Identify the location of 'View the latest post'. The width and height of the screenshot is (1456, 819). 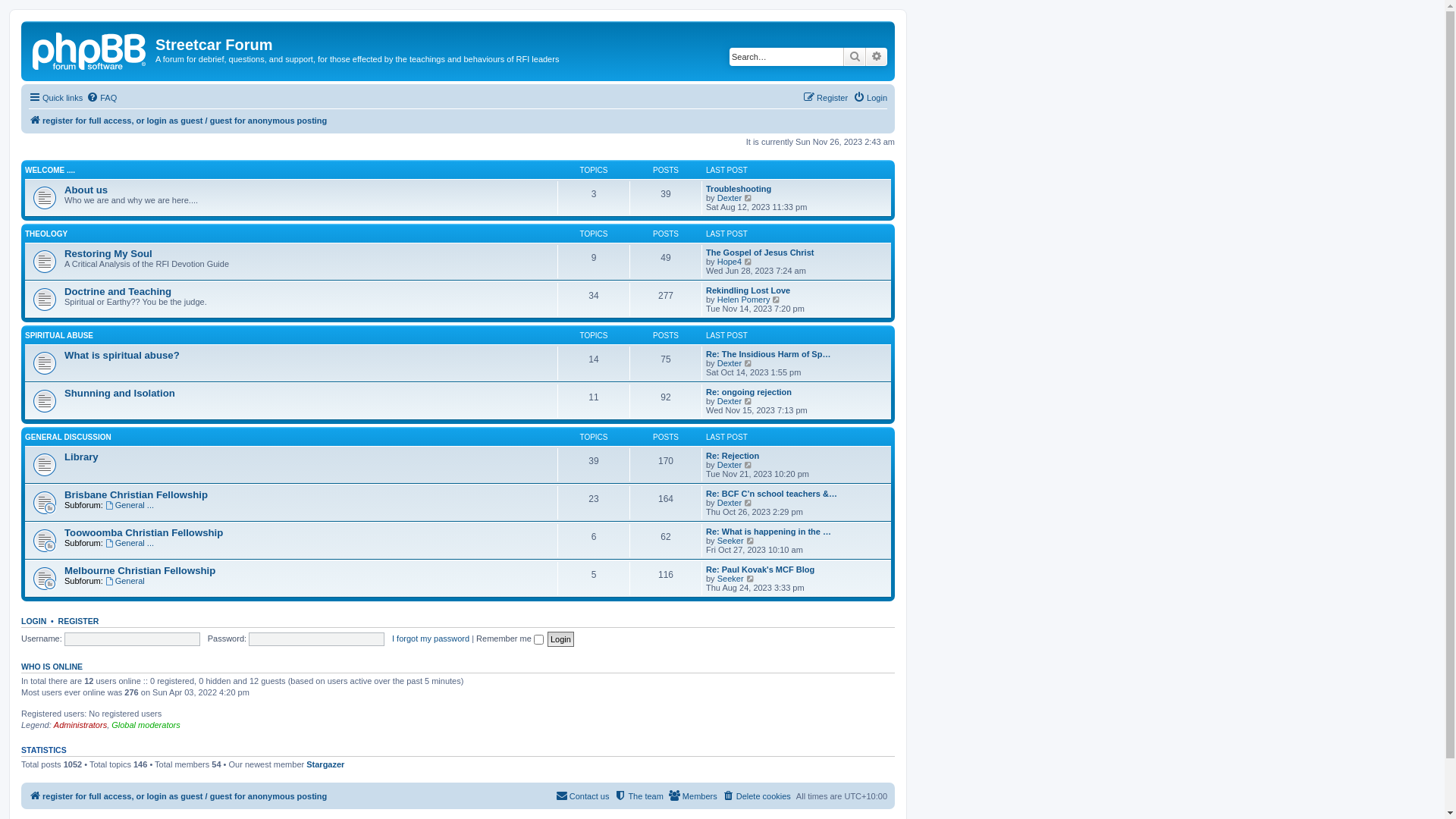
(745, 579).